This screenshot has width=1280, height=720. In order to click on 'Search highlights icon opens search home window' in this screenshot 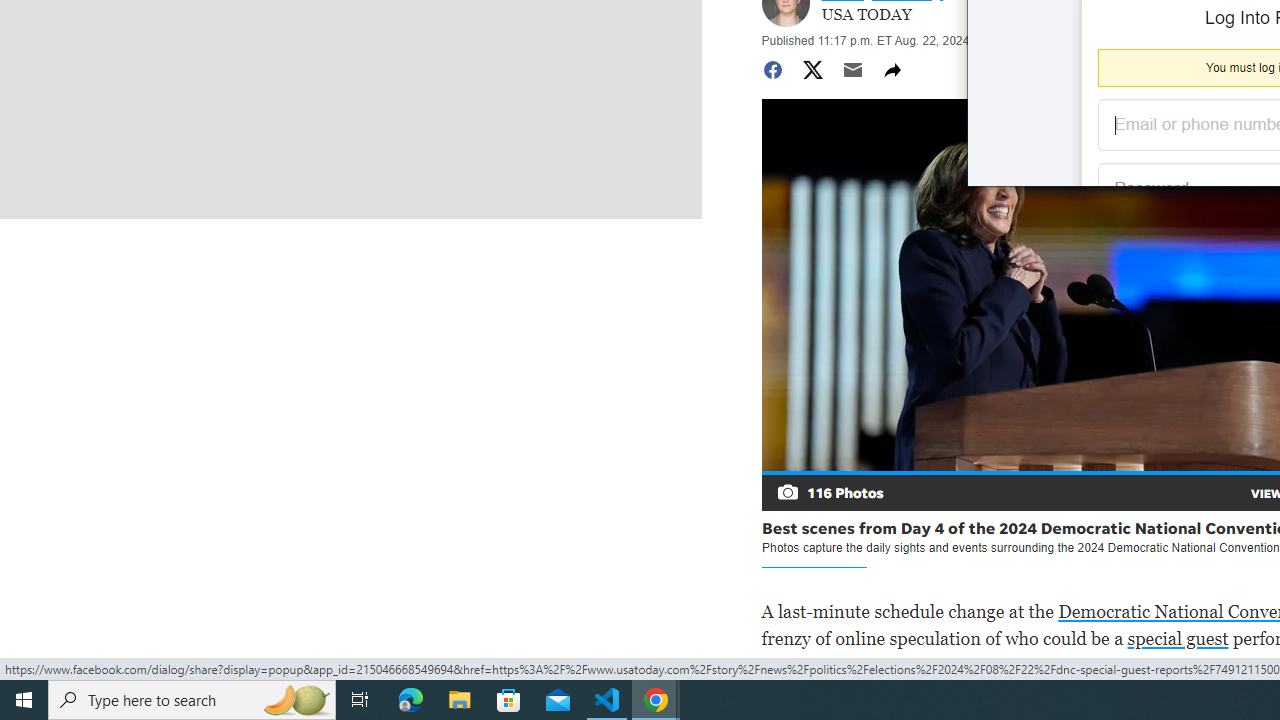, I will do `click(294, 698)`.